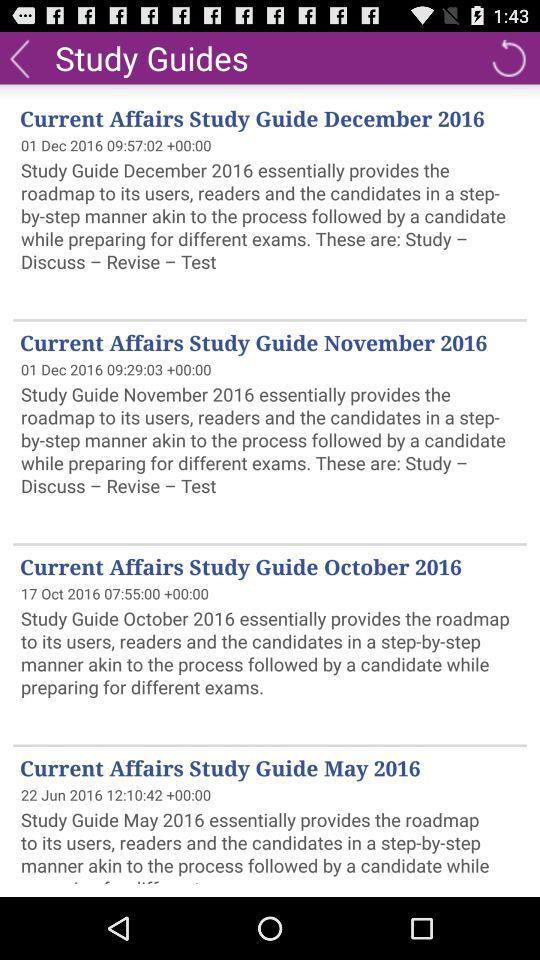 This screenshot has height=960, width=540. I want to click on the icon at the top right corner, so click(508, 56).